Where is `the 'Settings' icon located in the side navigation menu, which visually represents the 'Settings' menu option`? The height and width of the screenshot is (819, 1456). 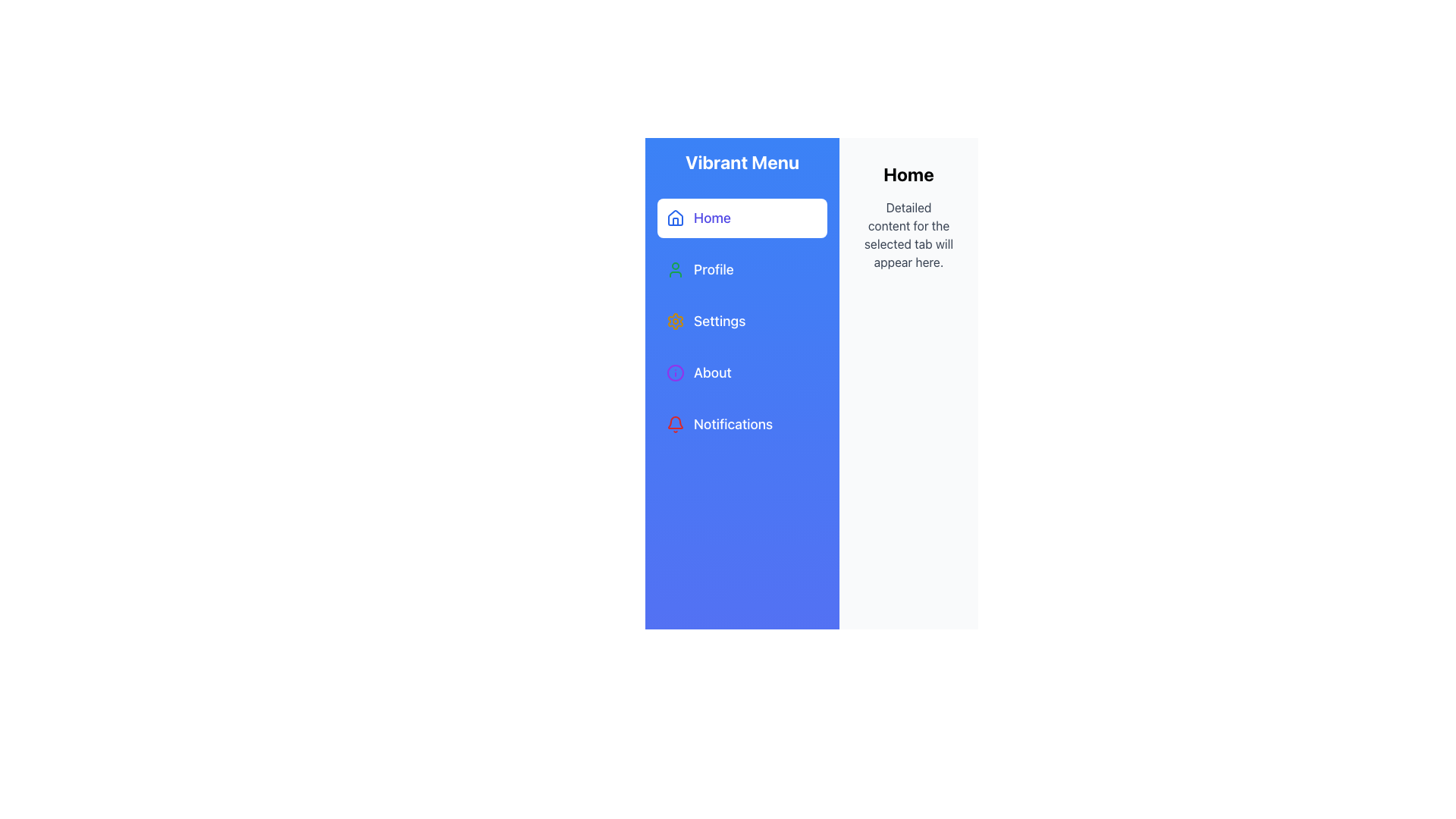 the 'Settings' icon located in the side navigation menu, which visually represents the 'Settings' menu option is located at coordinates (675, 321).